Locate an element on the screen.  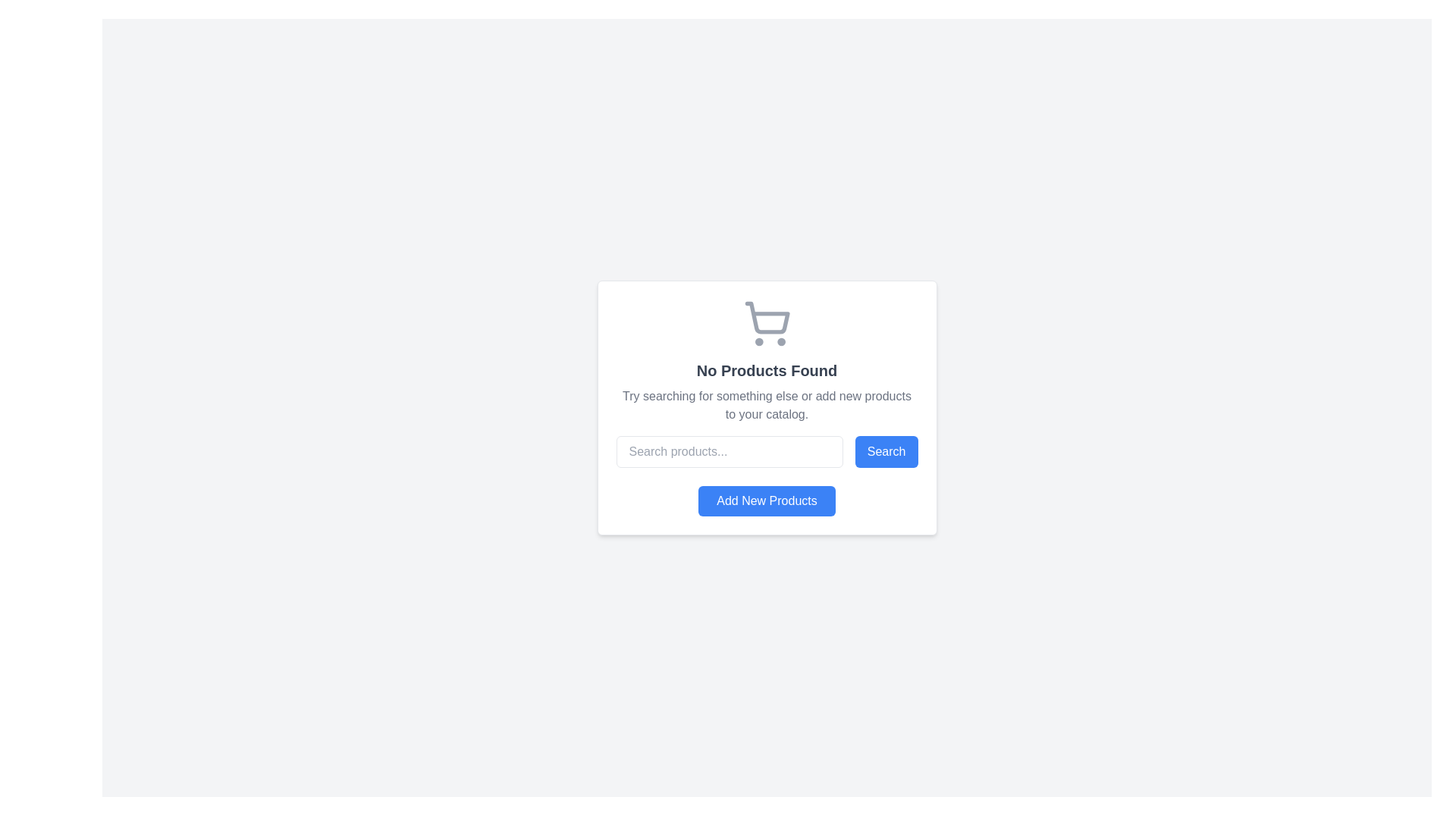
the non-interactive text label located beneath the header 'No Products Found' and above the search input field within the central modal is located at coordinates (767, 405).